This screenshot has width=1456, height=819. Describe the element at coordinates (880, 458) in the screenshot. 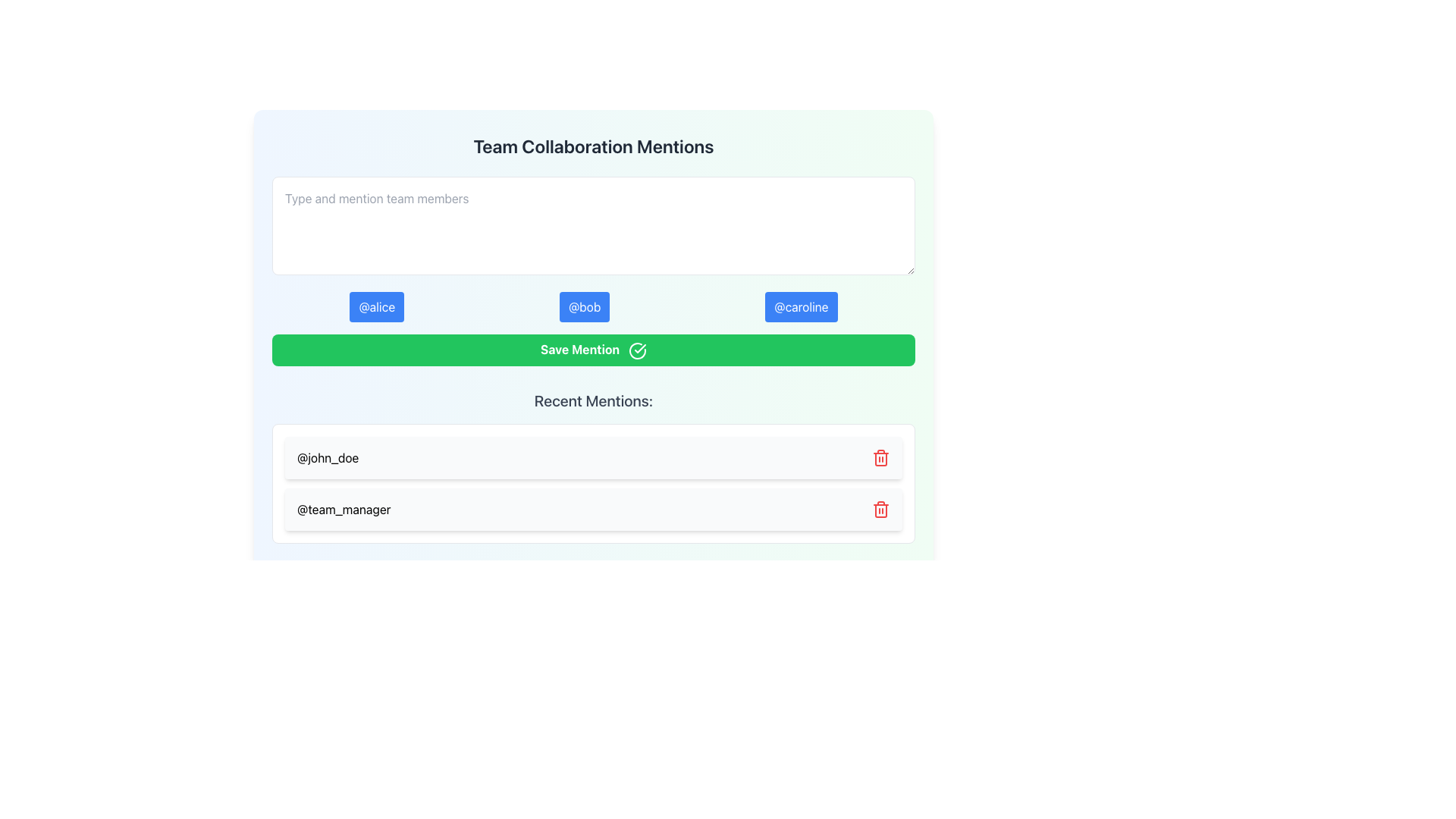

I see `the trash bin body of the trash icon located at the right end of the 'Recent Mentions' list` at that location.